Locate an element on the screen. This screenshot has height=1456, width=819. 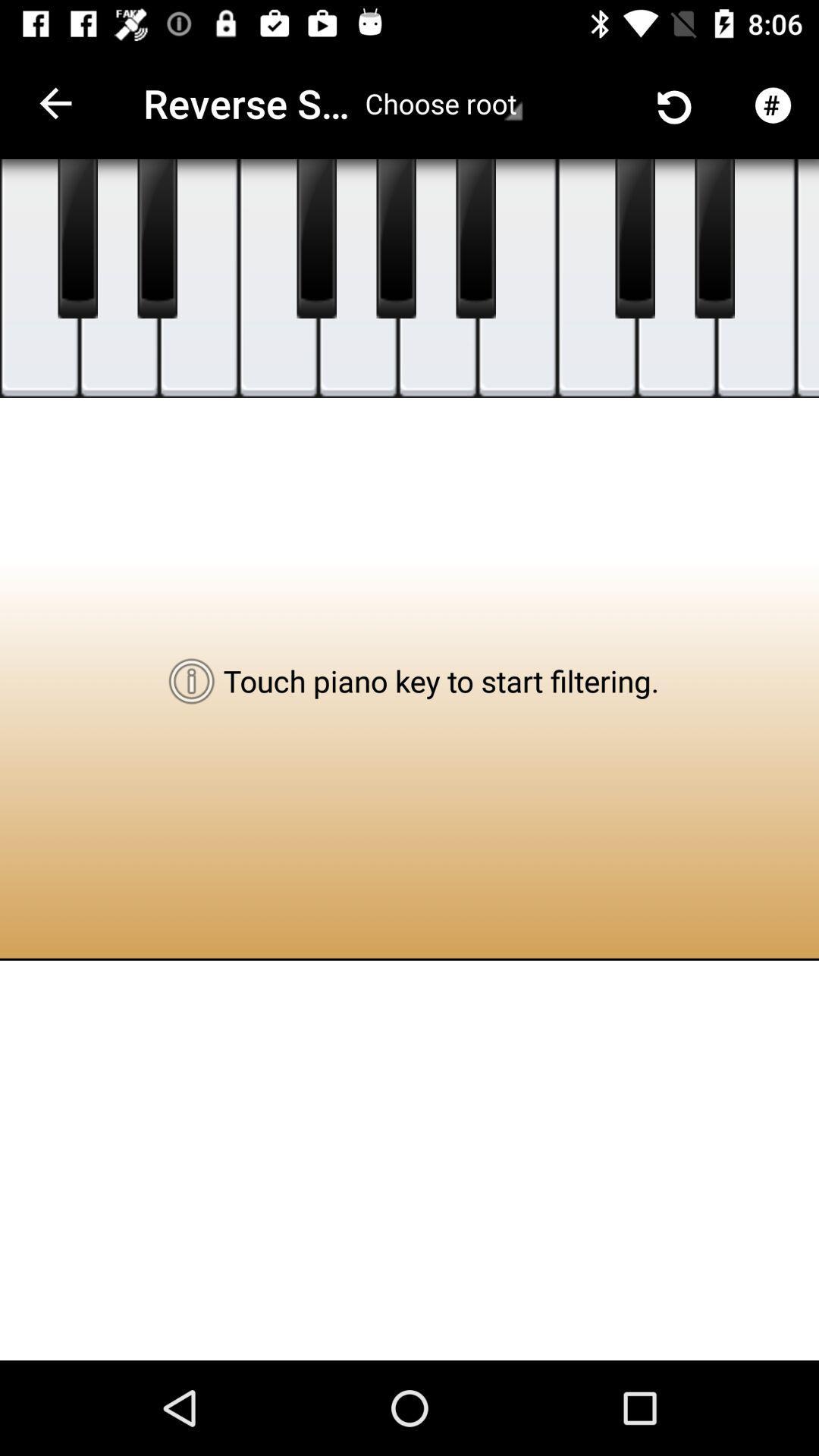
pressing this plays a simulation of that note on a piano is located at coordinates (475, 238).